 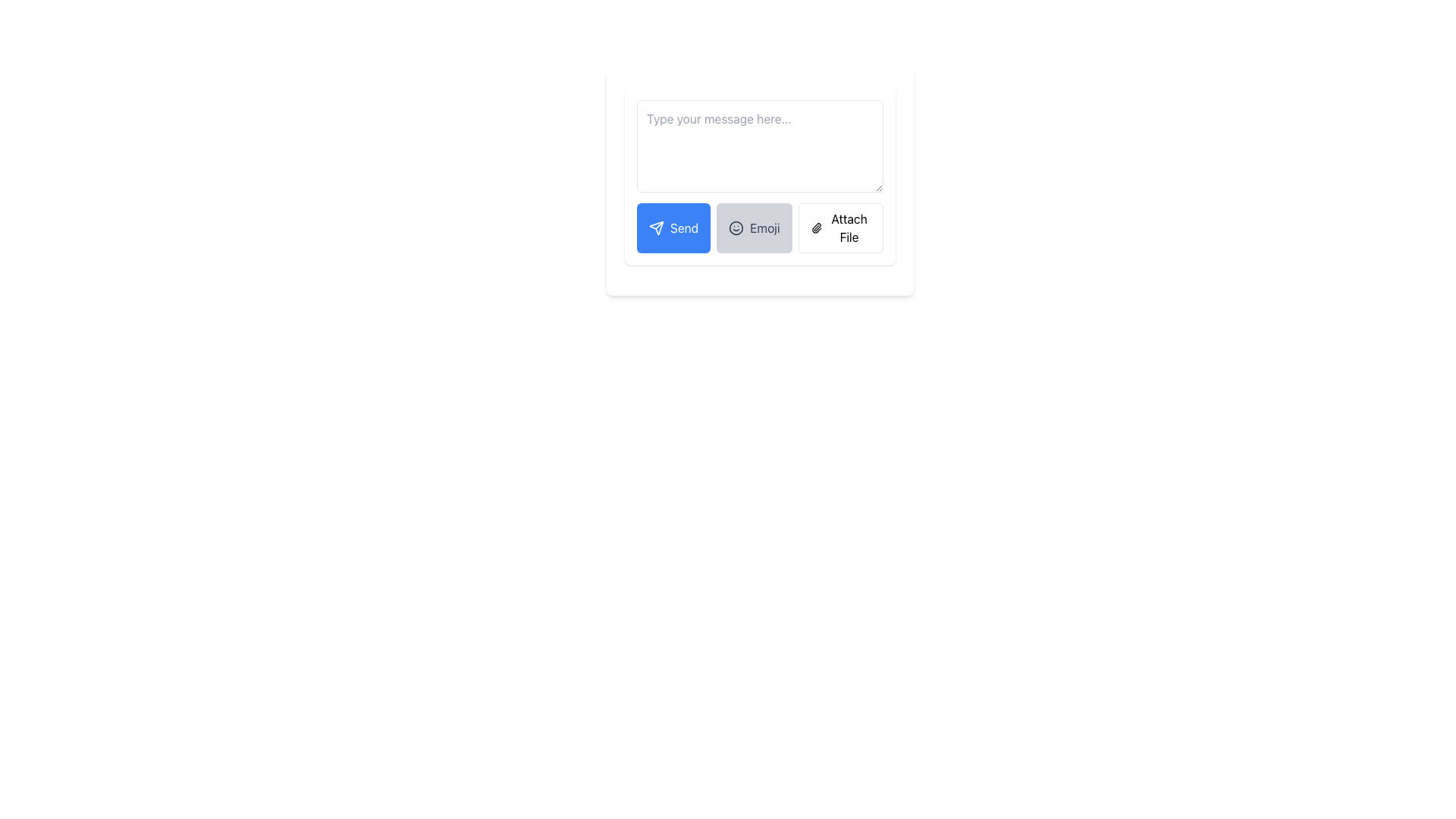 What do you see at coordinates (673, 227) in the screenshot?
I see `the first button located at the leftmost position in the horizontal alignment of action buttons under the text input area to send the text` at bounding box center [673, 227].